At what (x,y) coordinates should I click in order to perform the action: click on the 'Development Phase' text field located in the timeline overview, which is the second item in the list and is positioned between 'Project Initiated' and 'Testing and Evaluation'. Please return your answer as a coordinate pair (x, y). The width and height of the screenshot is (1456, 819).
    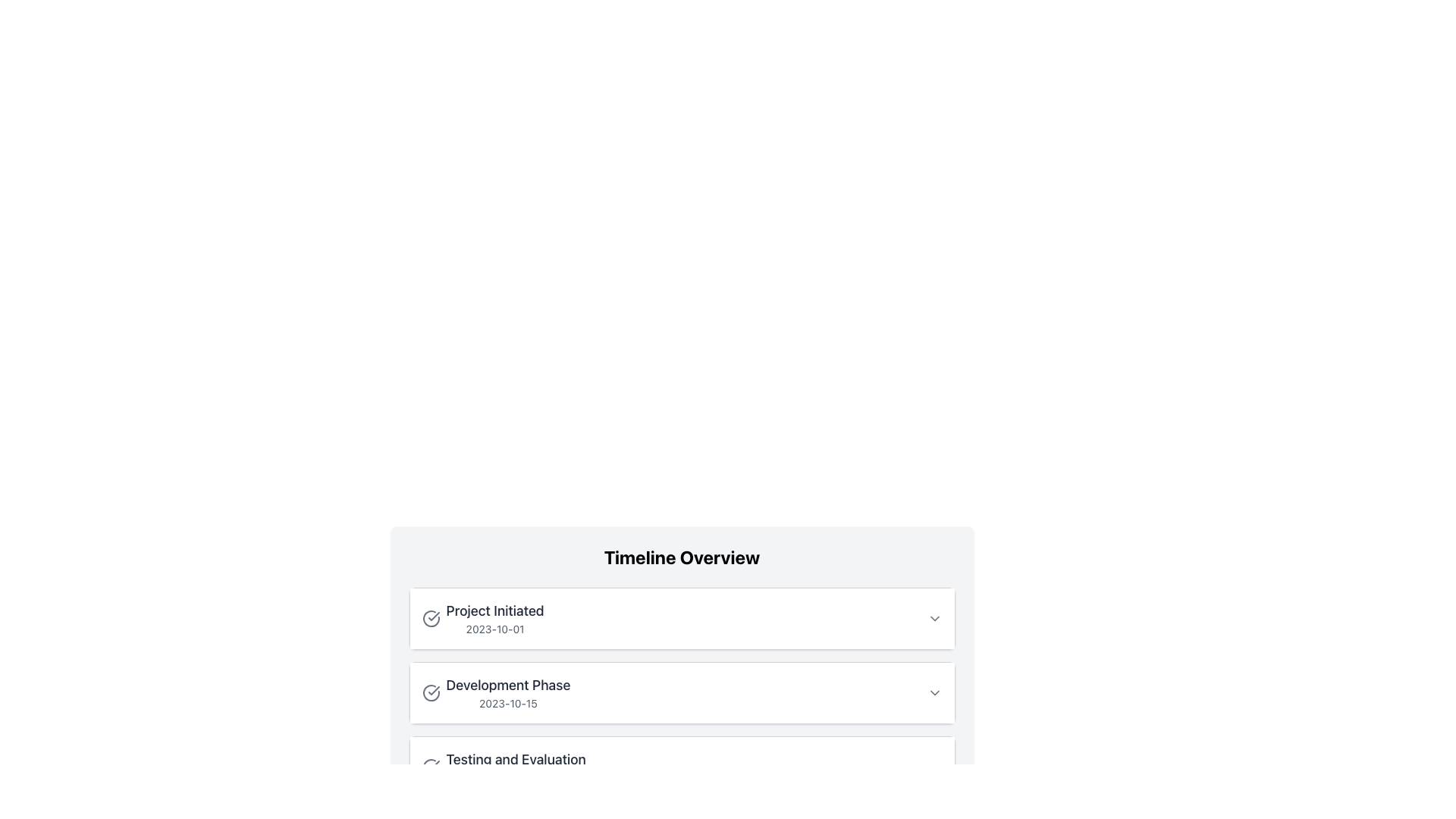
    Looking at the image, I should click on (508, 693).